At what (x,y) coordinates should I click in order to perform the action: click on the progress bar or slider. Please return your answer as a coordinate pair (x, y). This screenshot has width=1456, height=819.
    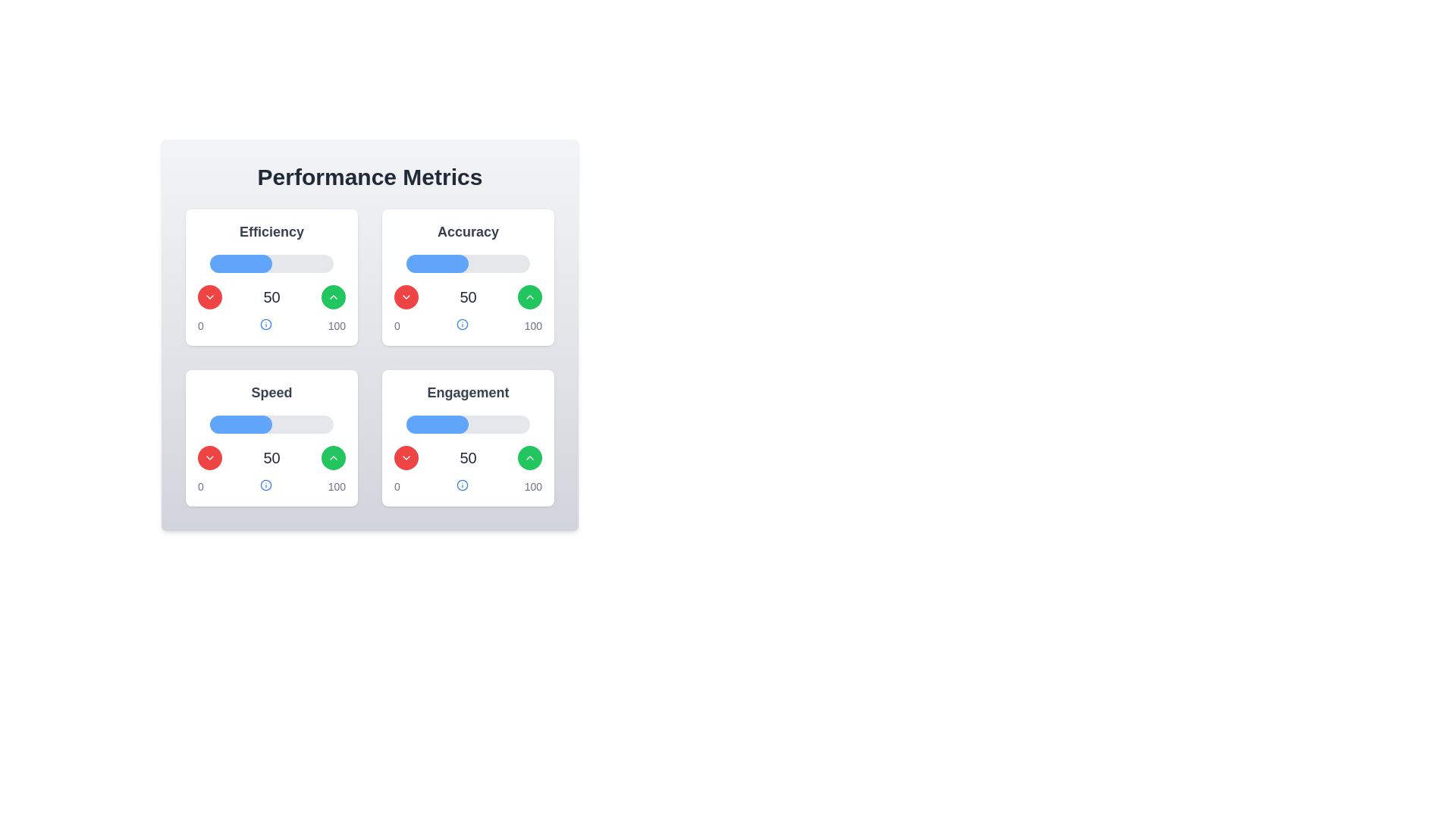
    Looking at the image, I should click on (316, 424).